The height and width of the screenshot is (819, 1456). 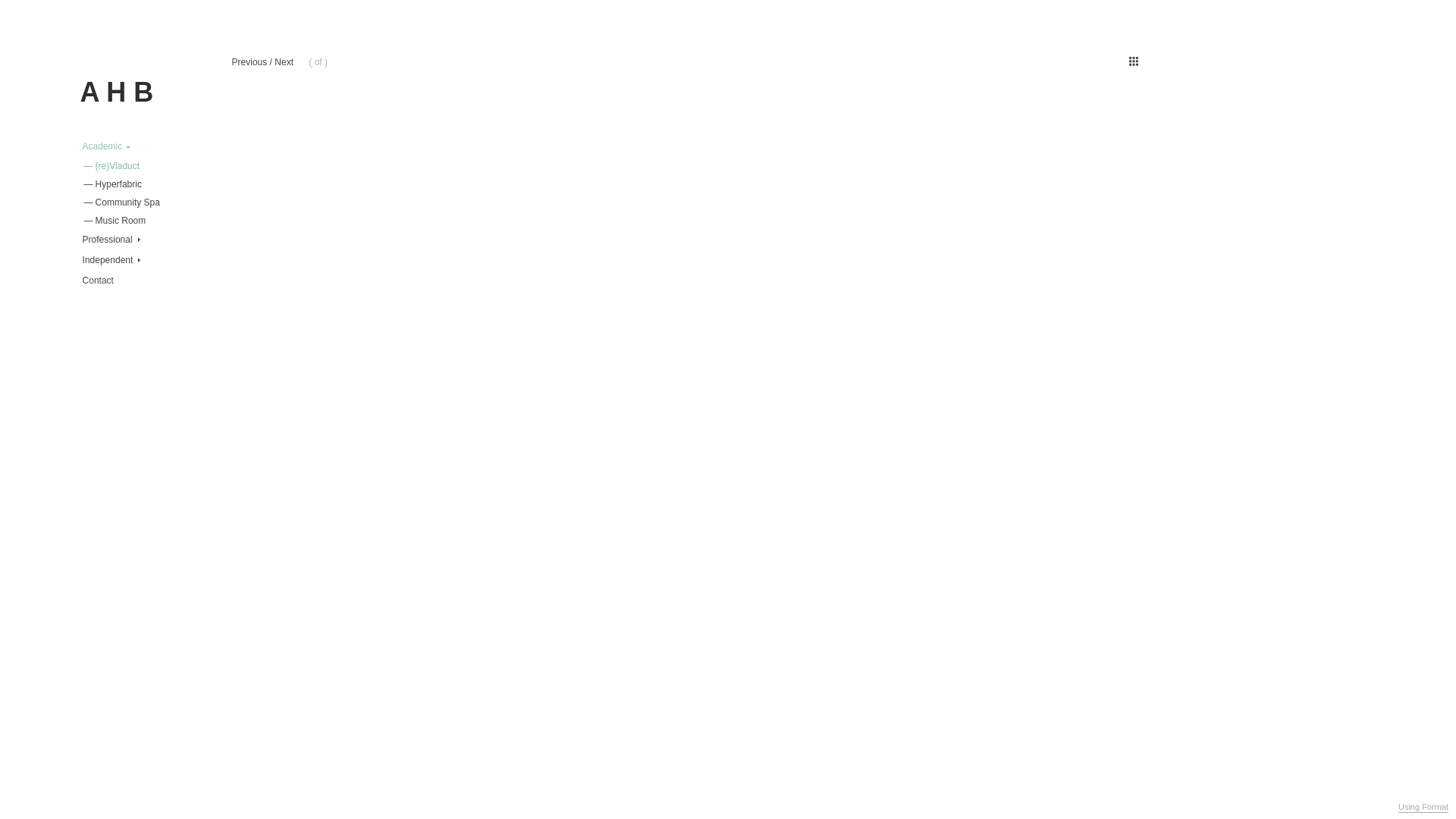 I want to click on 'A H B', so click(x=116, y=92).